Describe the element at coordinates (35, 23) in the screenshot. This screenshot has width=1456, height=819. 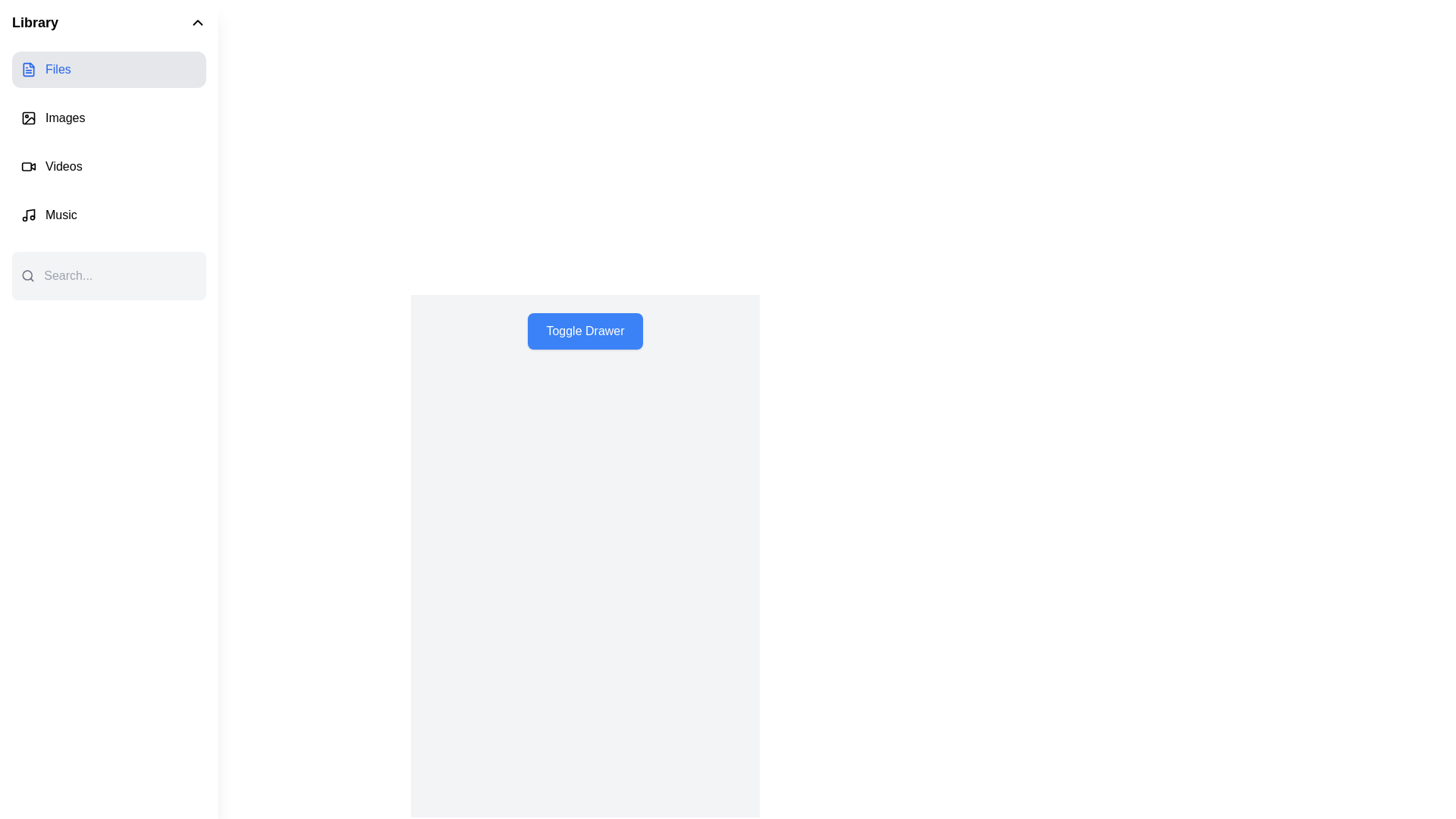
I see `the 'Library' static text label, which is a bold, large font text located in the top-left corner of the sidebar` at that location.